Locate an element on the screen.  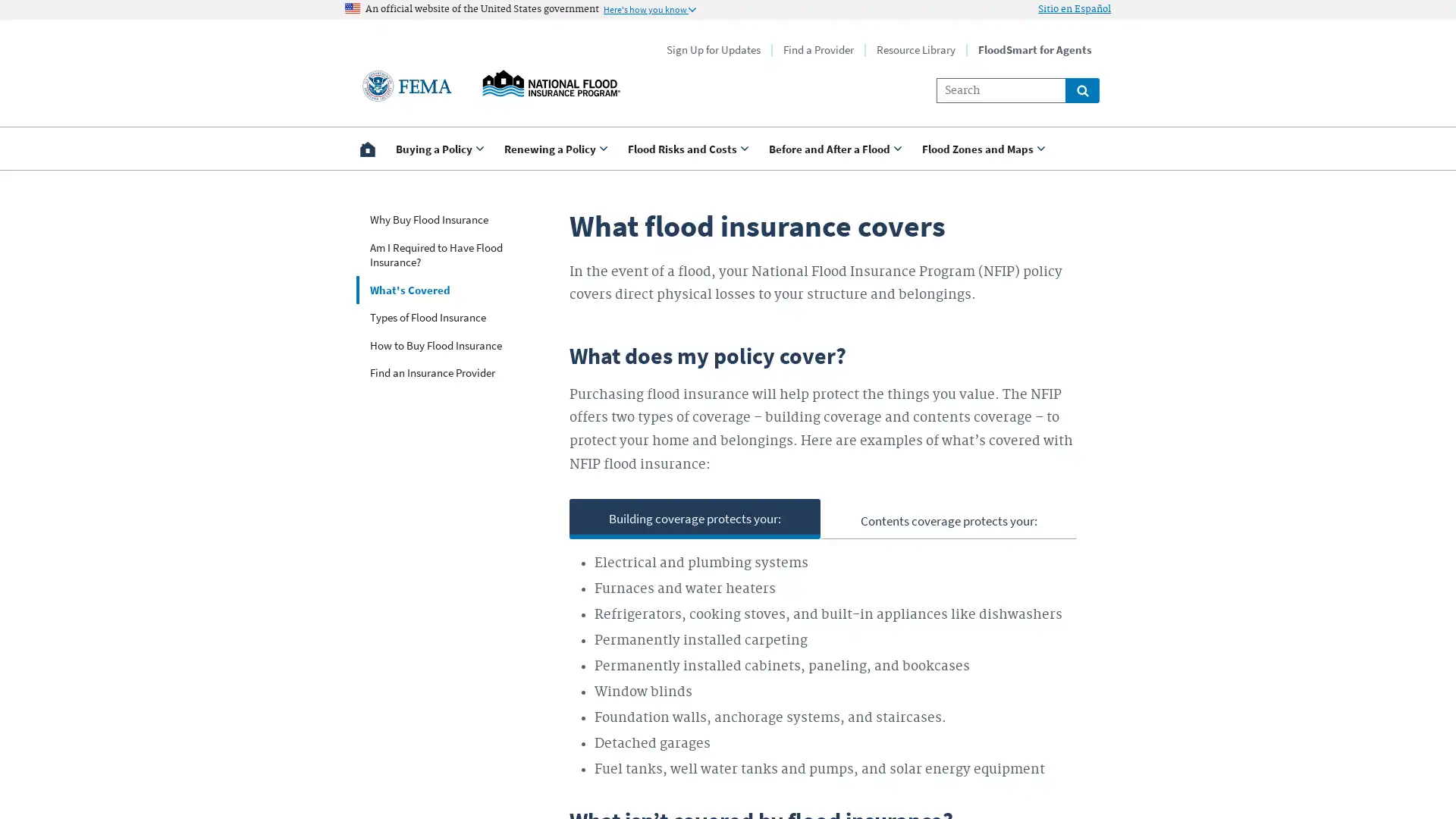
Information to identify secure official US Government websites is located at coordinates (650, 8).